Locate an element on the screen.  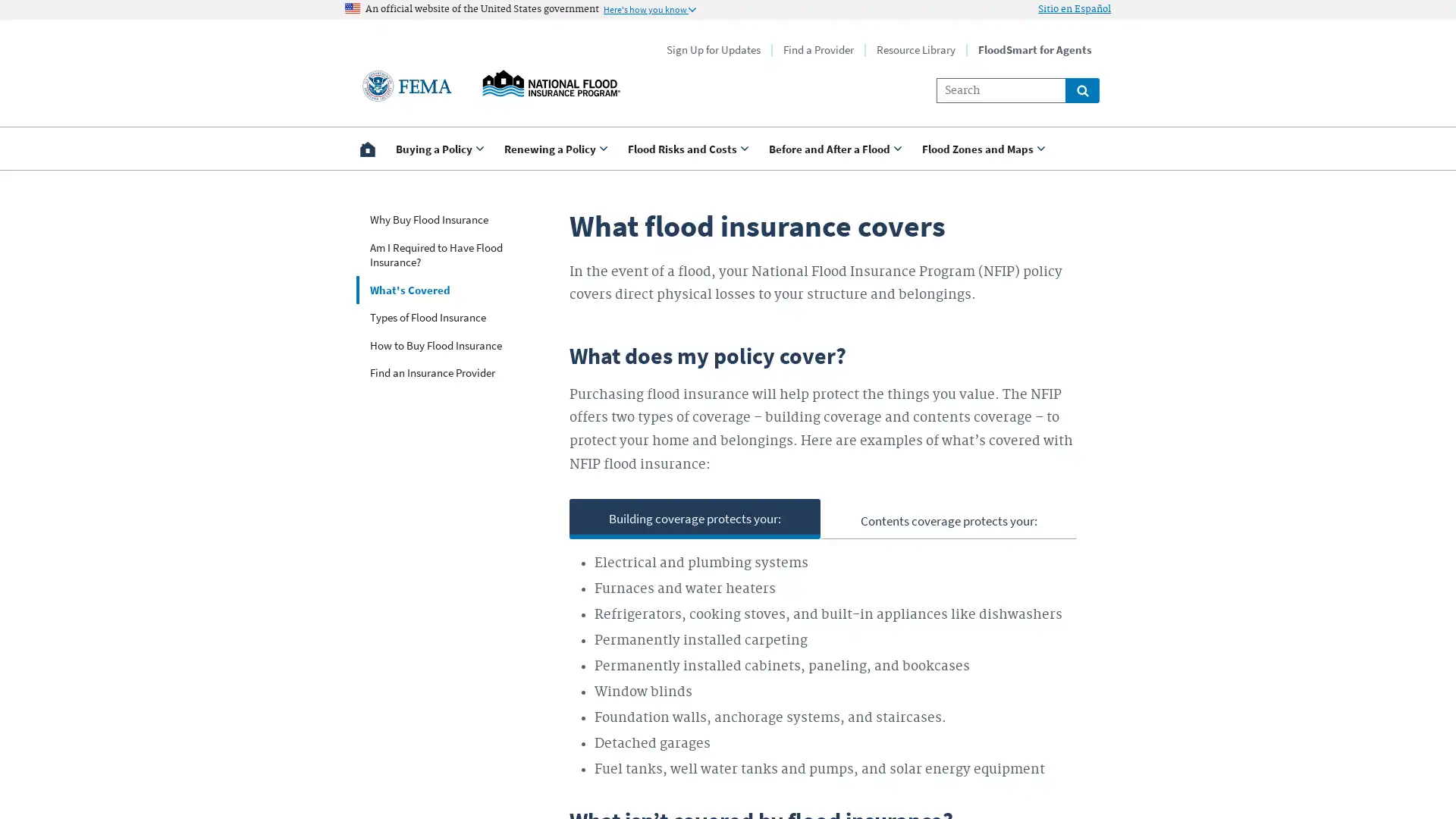
Information to identify secure official US Government websites is located at coordinates (650, 8).